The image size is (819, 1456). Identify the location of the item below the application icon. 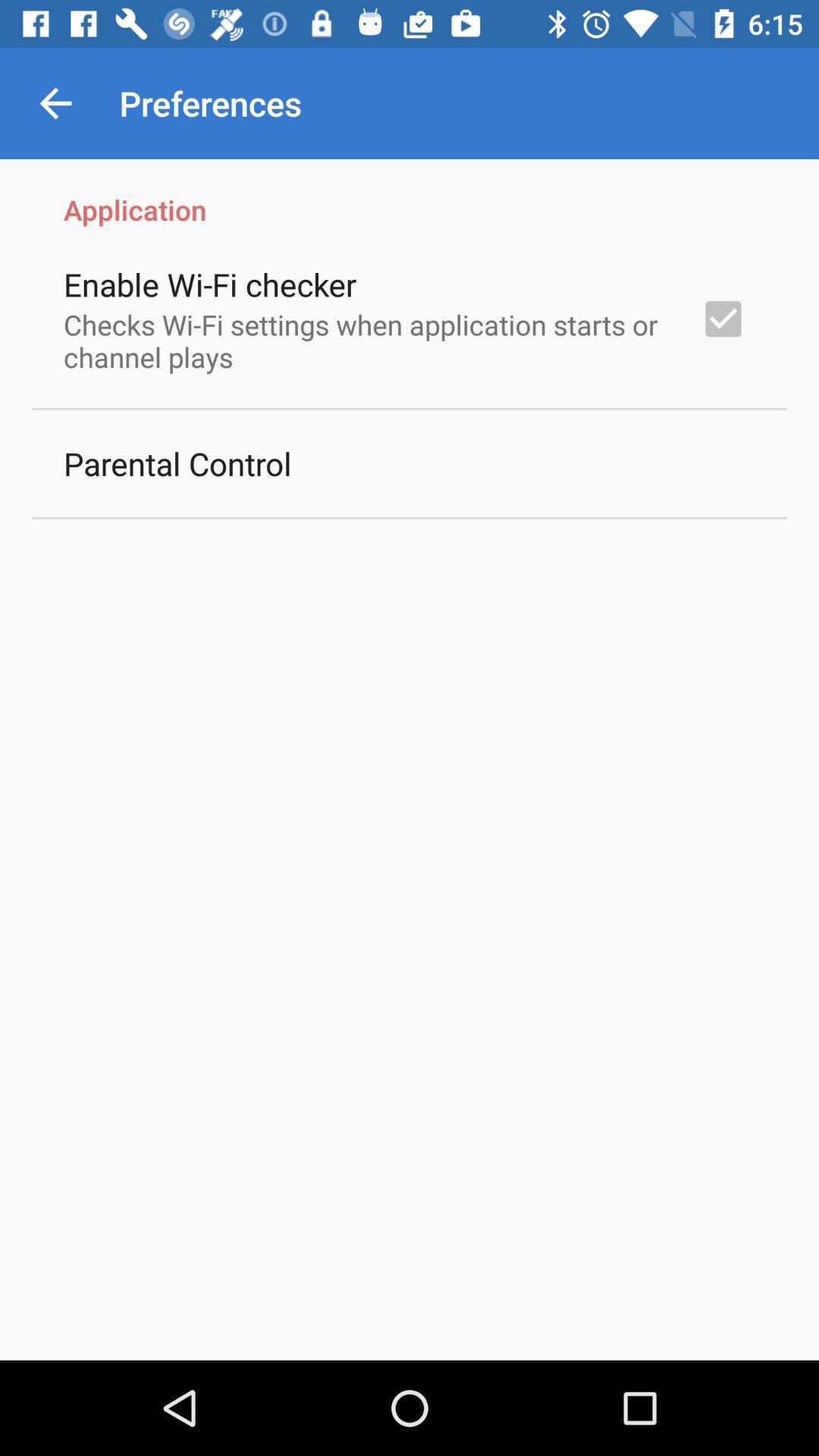
(722, 318).